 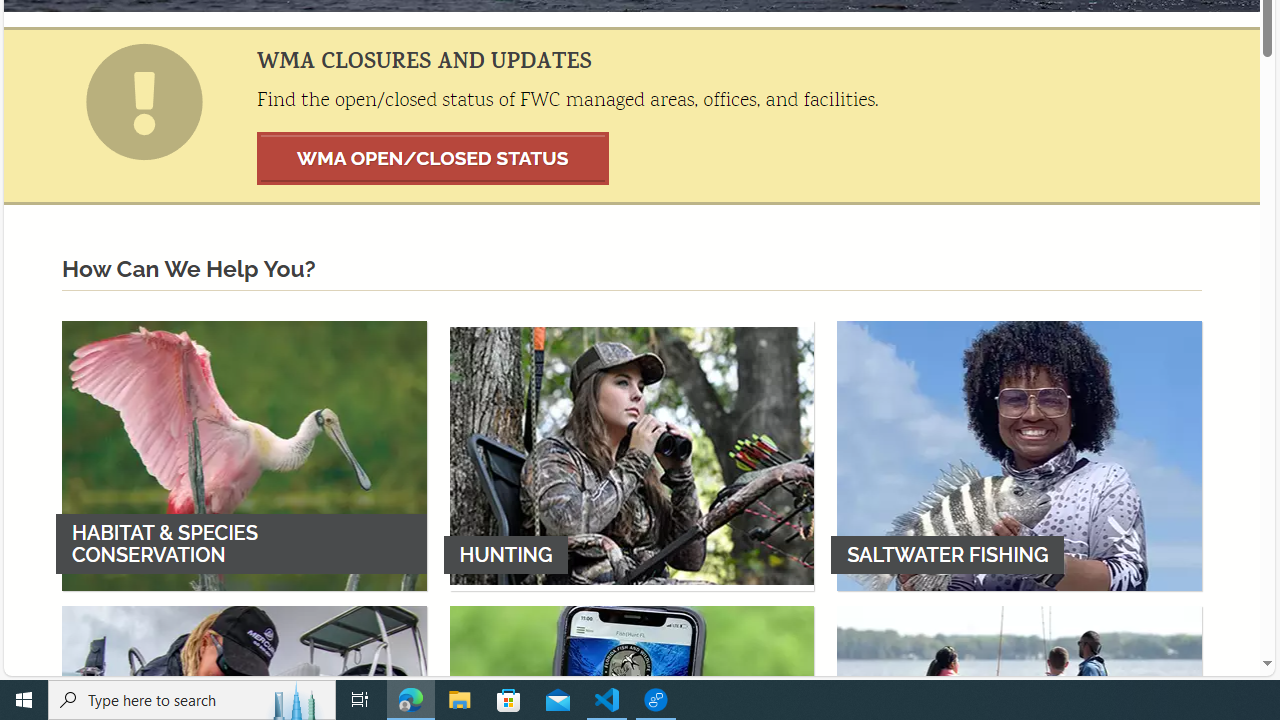 I want to click on 'WMA OPEN/CLOSED STATUS', so click(x=432, y=157).